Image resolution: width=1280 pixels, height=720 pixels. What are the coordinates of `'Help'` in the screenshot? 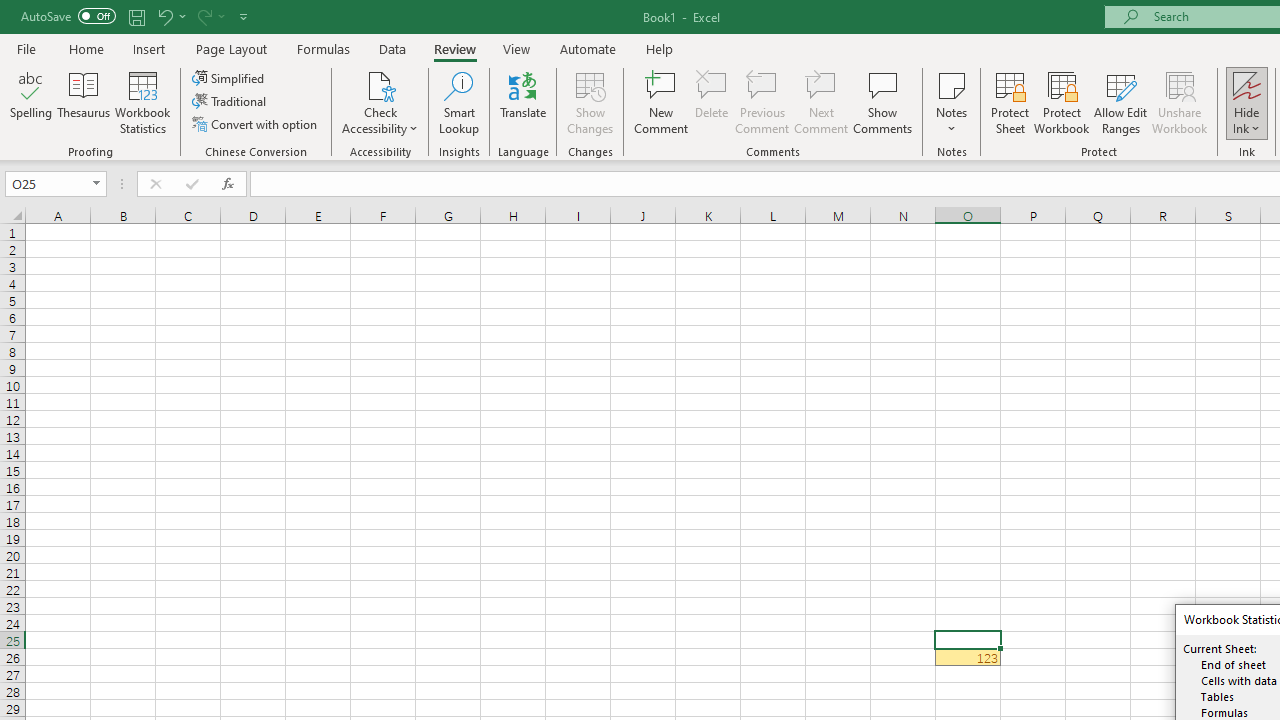 It's located at (660, 48).